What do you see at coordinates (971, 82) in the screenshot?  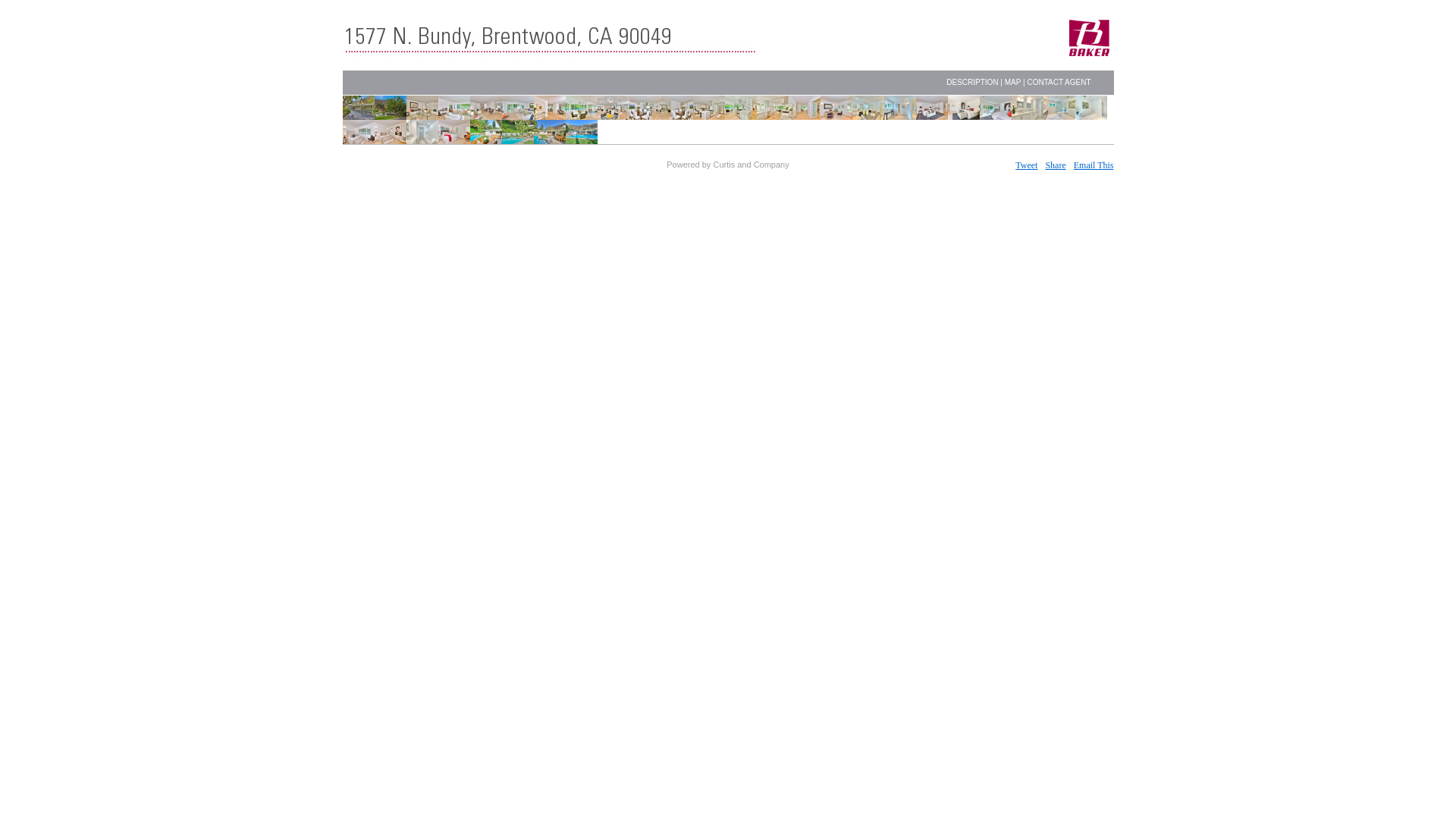 I see `'DESCRIPTION'` at bounding box center [971, 82].